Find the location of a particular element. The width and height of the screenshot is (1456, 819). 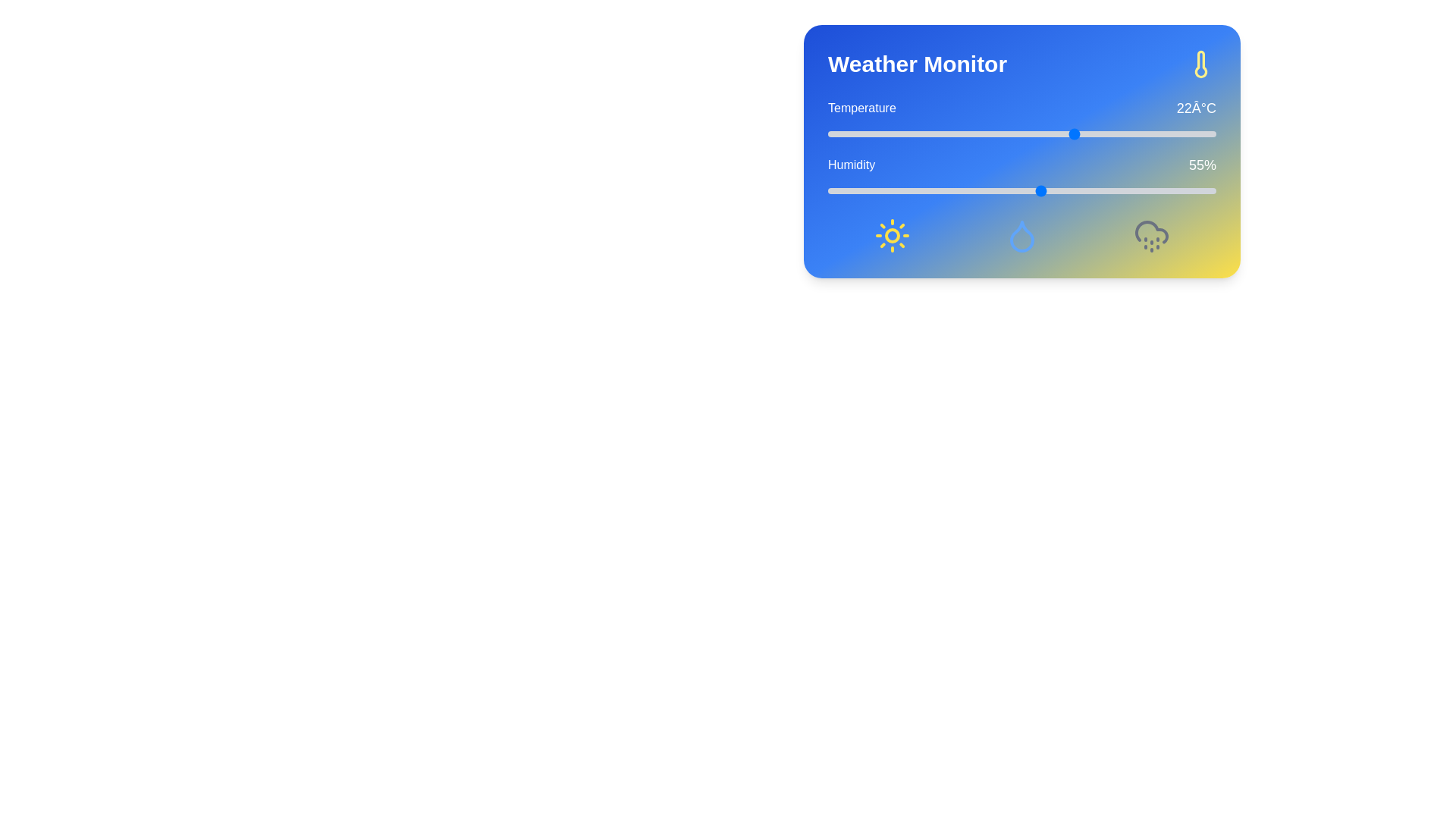

the rain cloud icon is located at coordinates (1151, 236).